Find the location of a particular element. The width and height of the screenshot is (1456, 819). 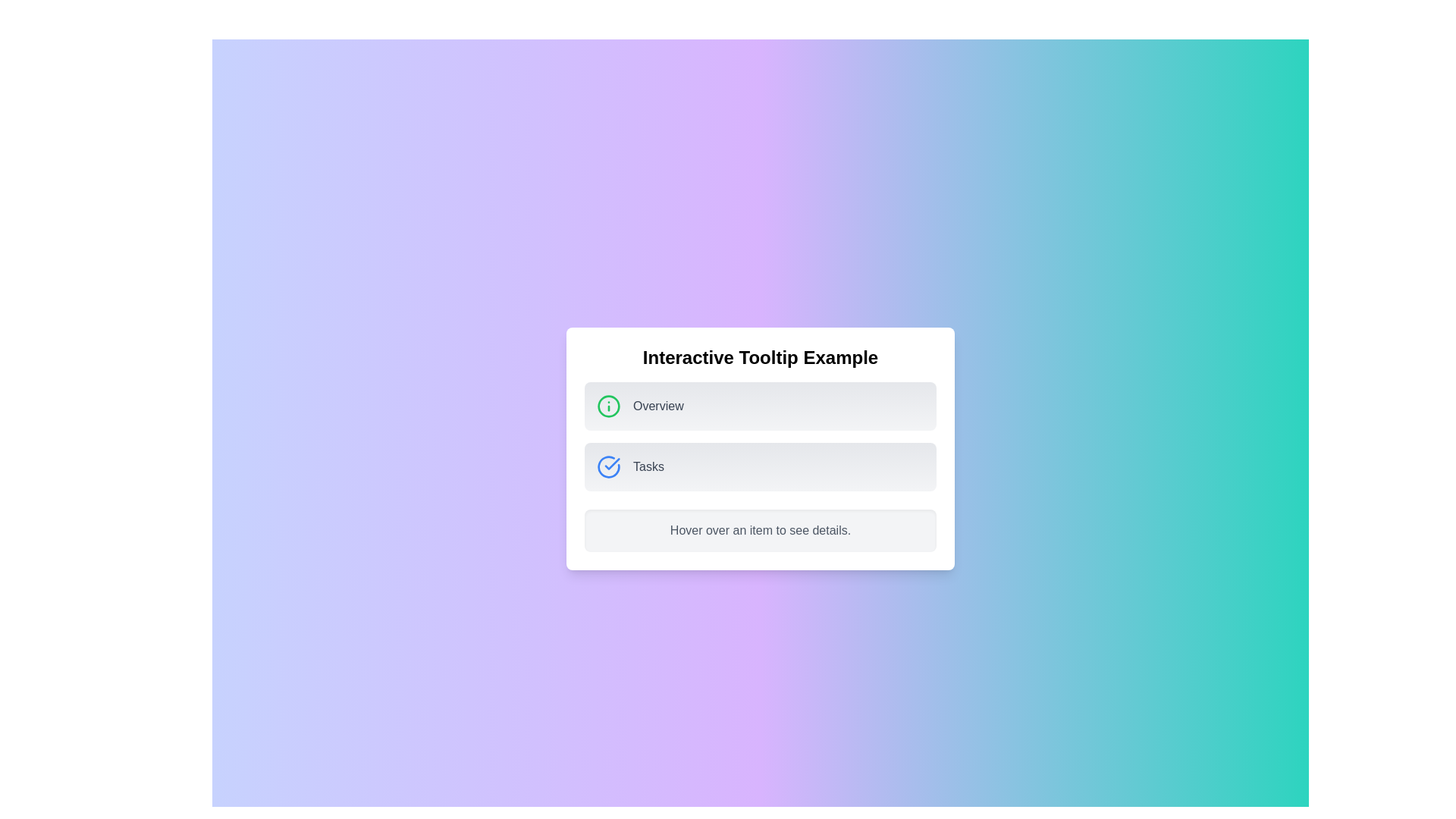

the 'Tasks' Icon located to the left of the text within the second row of the vertically stacked list is located at coordinates (608, 466).